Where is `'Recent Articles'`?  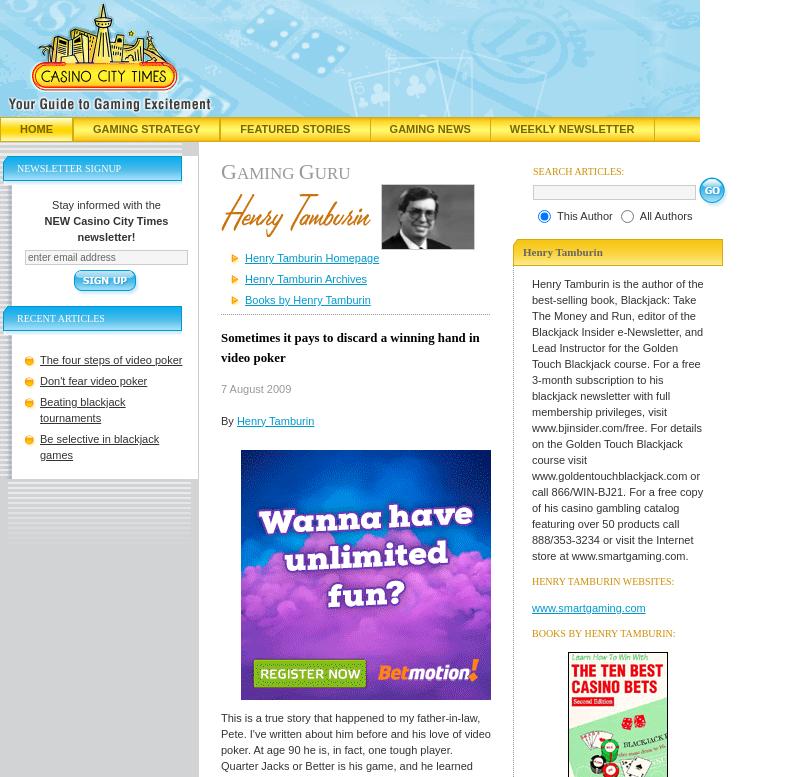
'Recent Articles' is located at coordinates (17, 317).